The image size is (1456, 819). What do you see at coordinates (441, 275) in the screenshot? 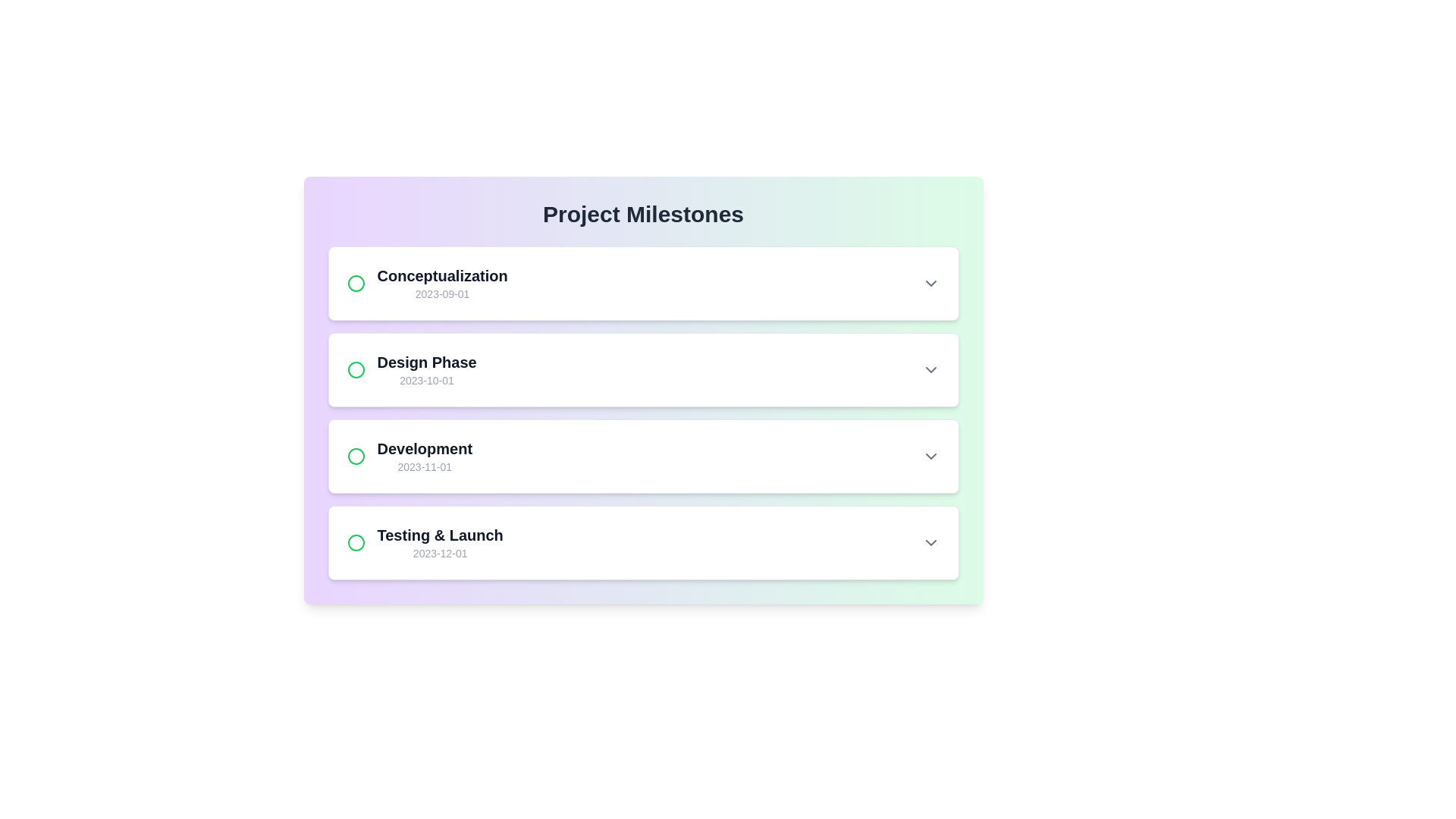
I see `the bold, black-colored text label displaying the word 'Conceptualization' at the top of the list under the section titled 'Project Milestones'` at bounding box center [441, 275].